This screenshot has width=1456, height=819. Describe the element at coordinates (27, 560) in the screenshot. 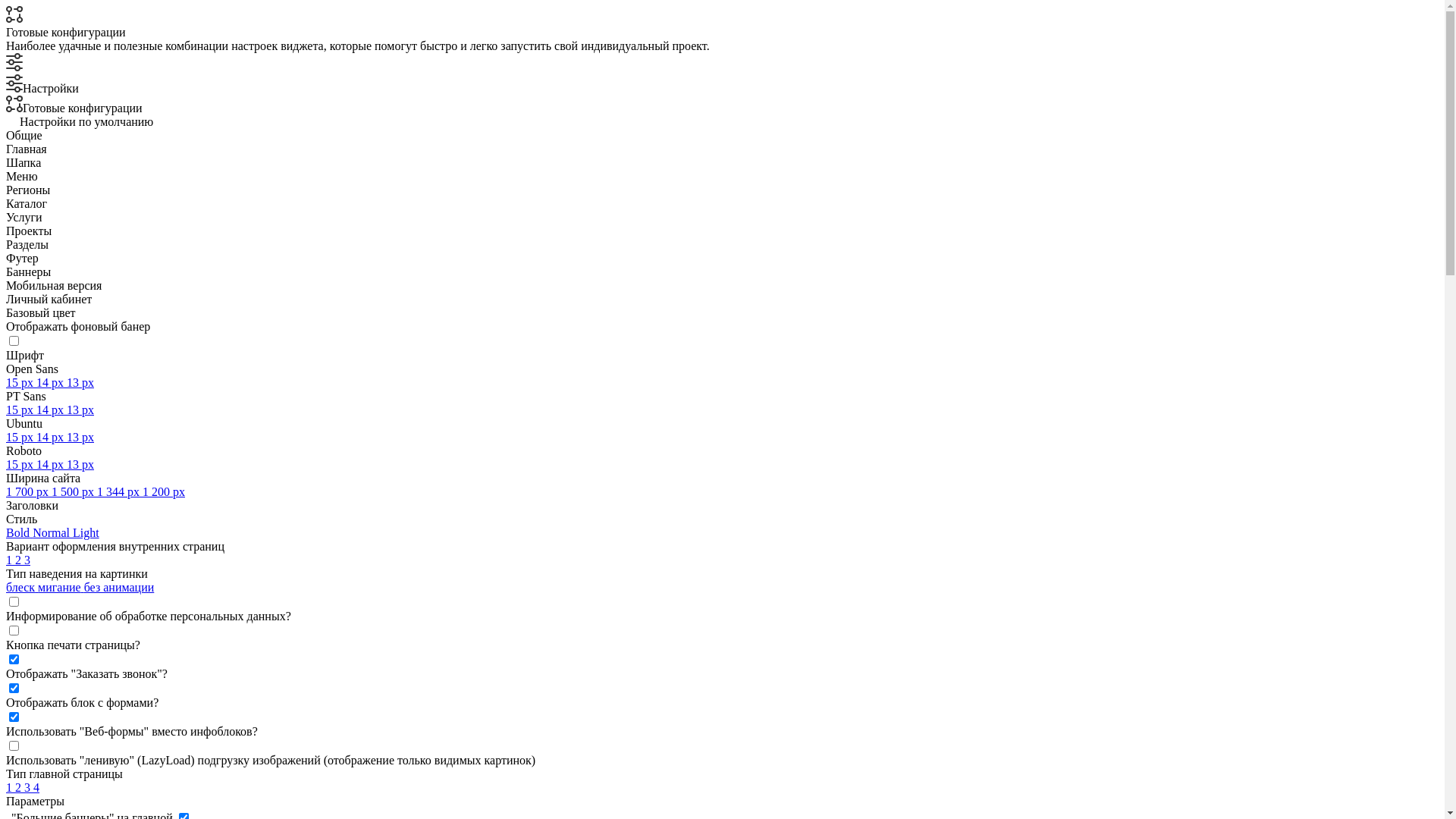

I see `'3'` at that location.